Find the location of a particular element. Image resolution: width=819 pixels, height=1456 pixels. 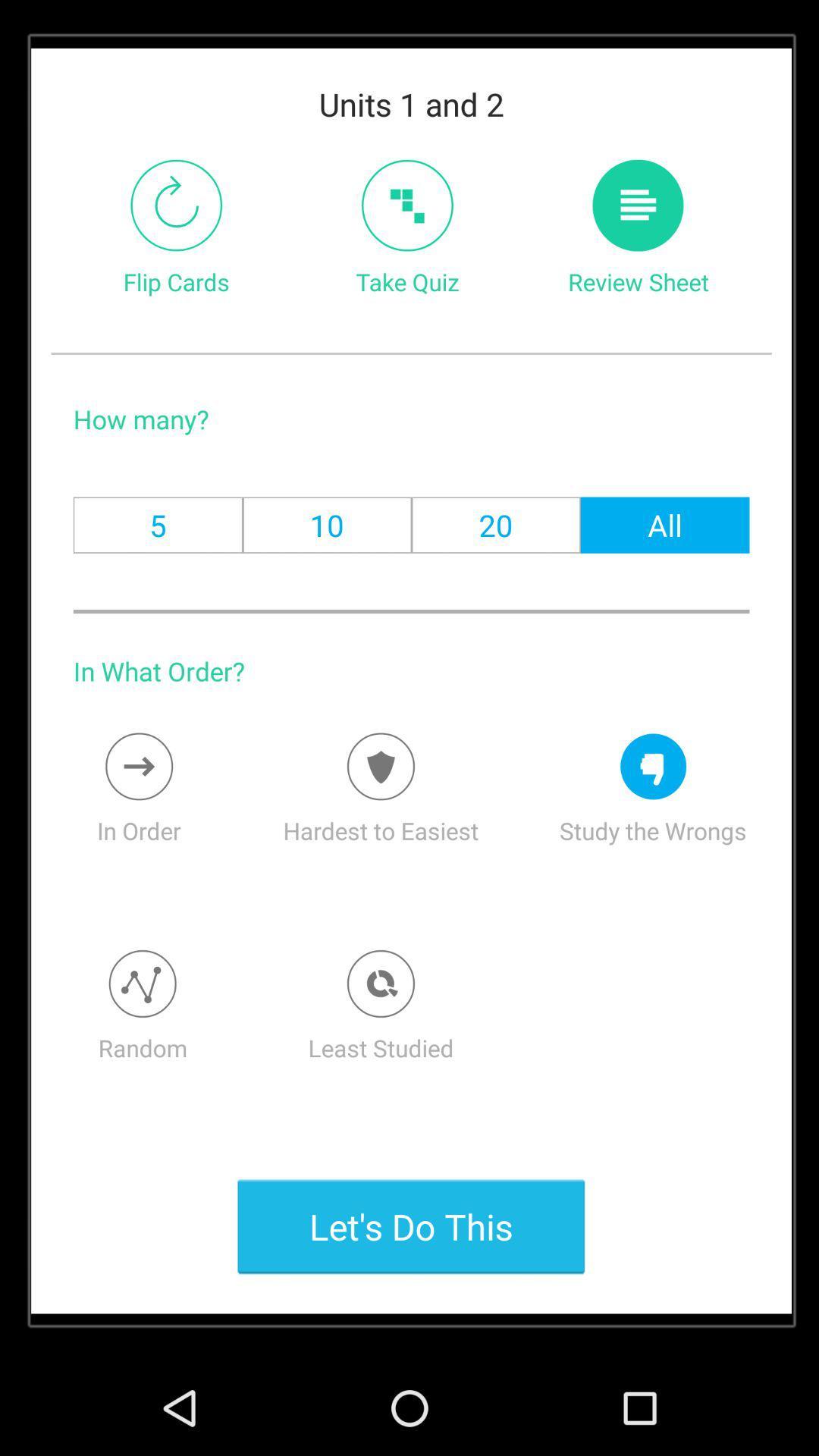

icon to the right of the 10 is located at coordinates (496, 525).